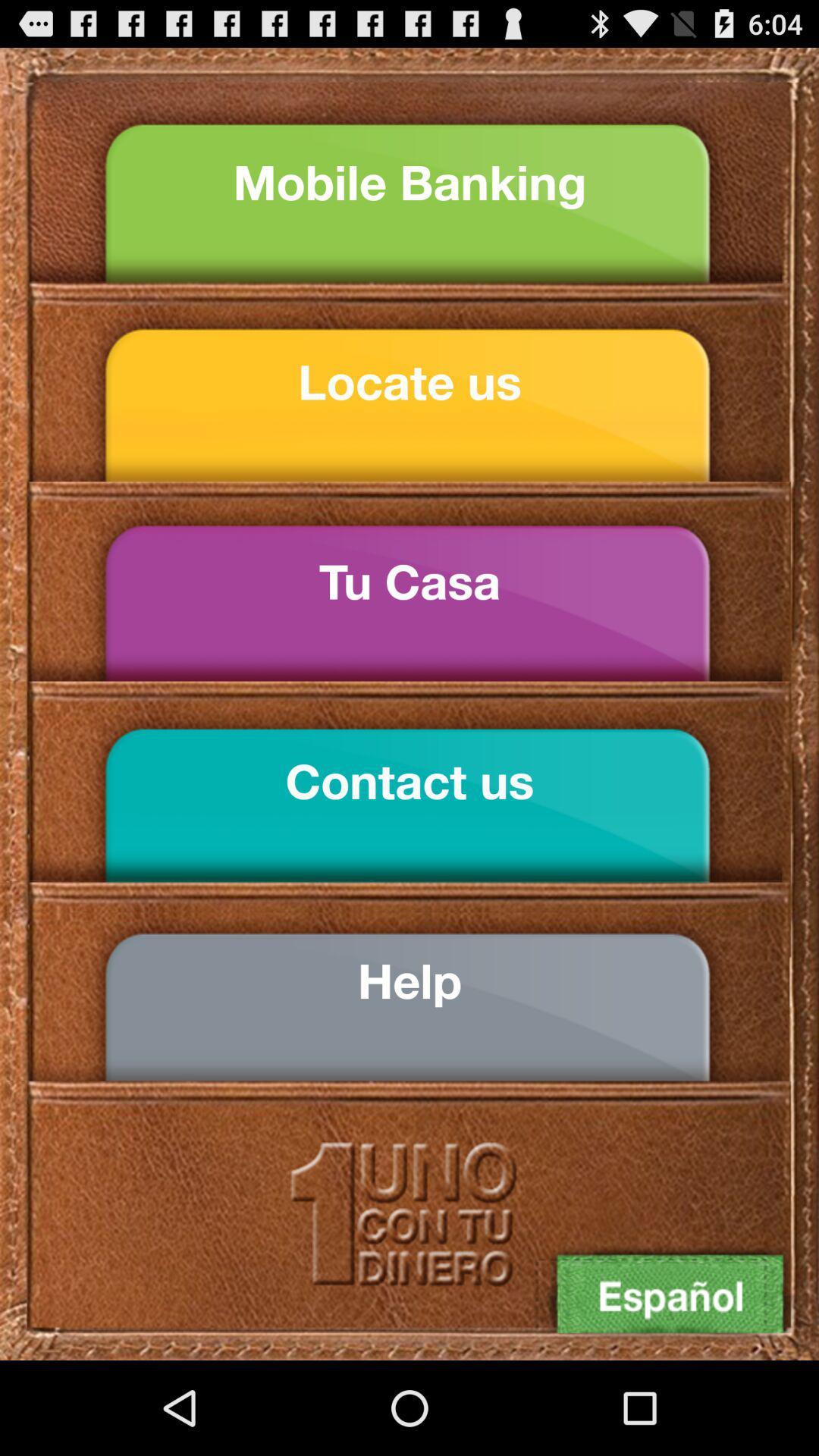 The height and width of the screenshot is (1456, 819). What do you see at coordinates (409, 382) in the screenshot?
I see `locate us icon` at bounding box center [409, 382].